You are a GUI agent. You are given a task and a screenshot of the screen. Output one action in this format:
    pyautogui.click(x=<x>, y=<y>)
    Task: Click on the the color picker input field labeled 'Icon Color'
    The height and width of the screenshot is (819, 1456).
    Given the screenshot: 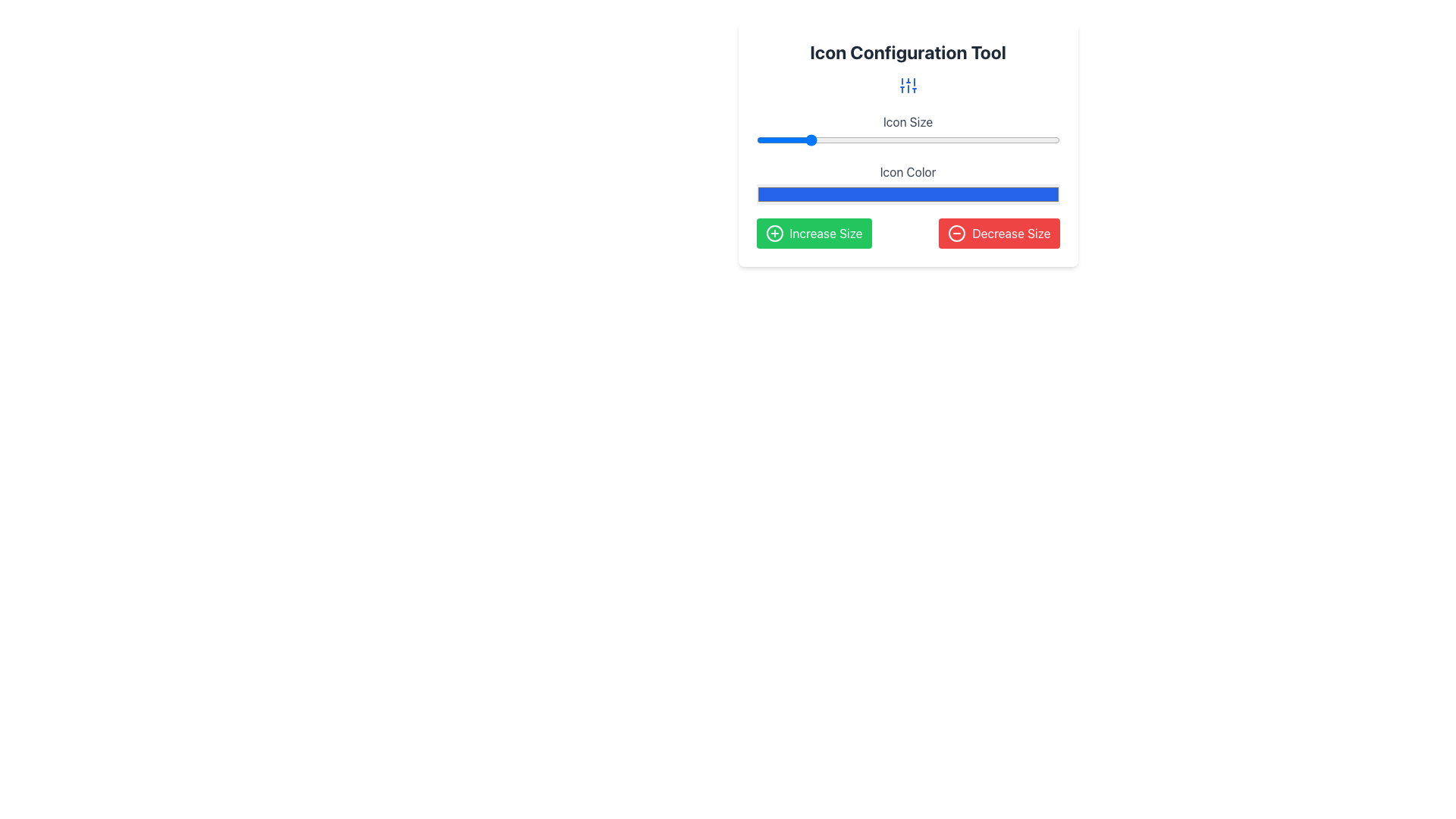 What is the action you would take?
    pyautogui.click(x=908, y=180)
    